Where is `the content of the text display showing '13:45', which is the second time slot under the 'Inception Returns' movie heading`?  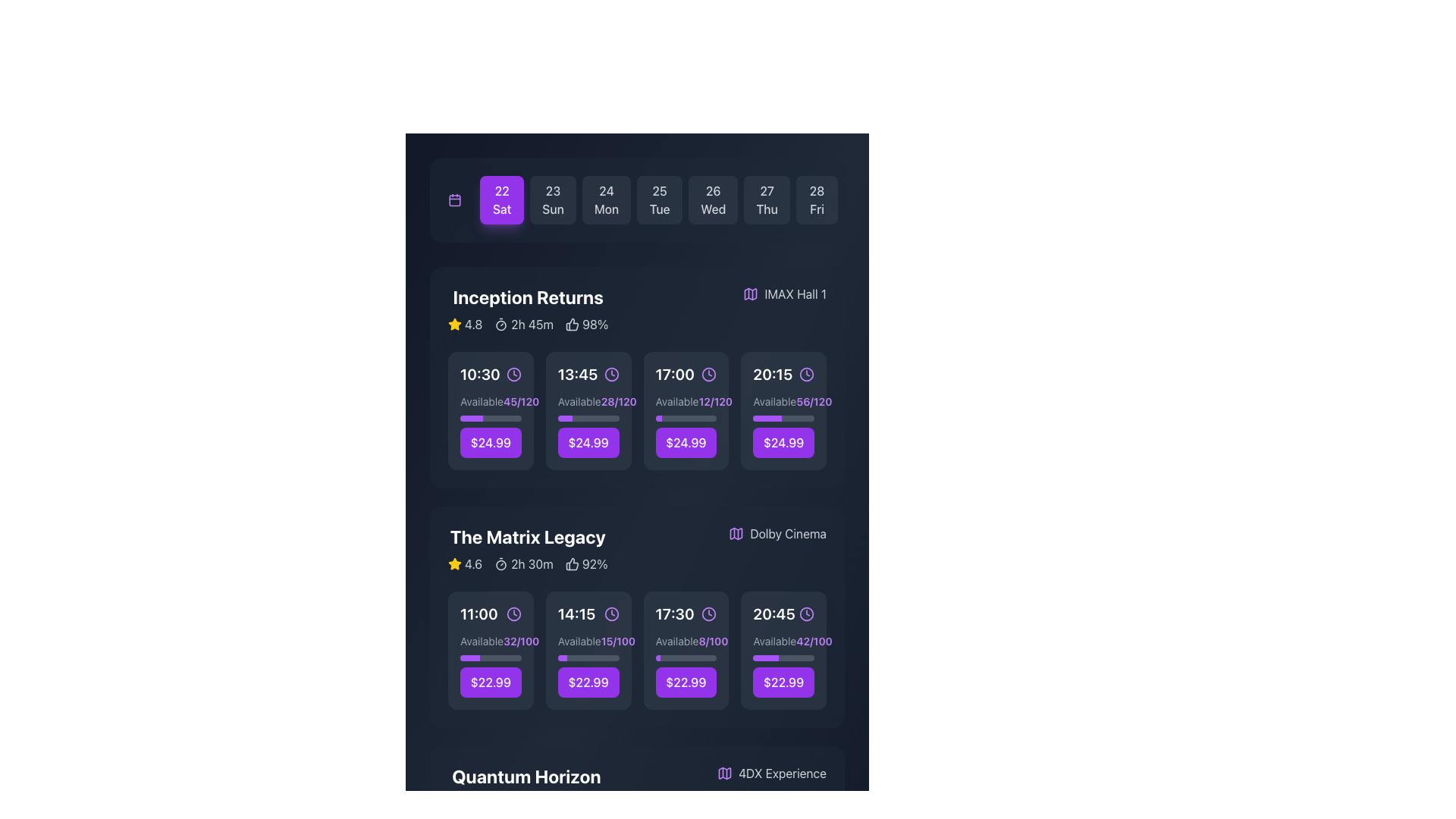
the content of the text display showing '13:45', which is the second time slot under the 'Inception Returns' movie heading is located at coordinates (577, 374).